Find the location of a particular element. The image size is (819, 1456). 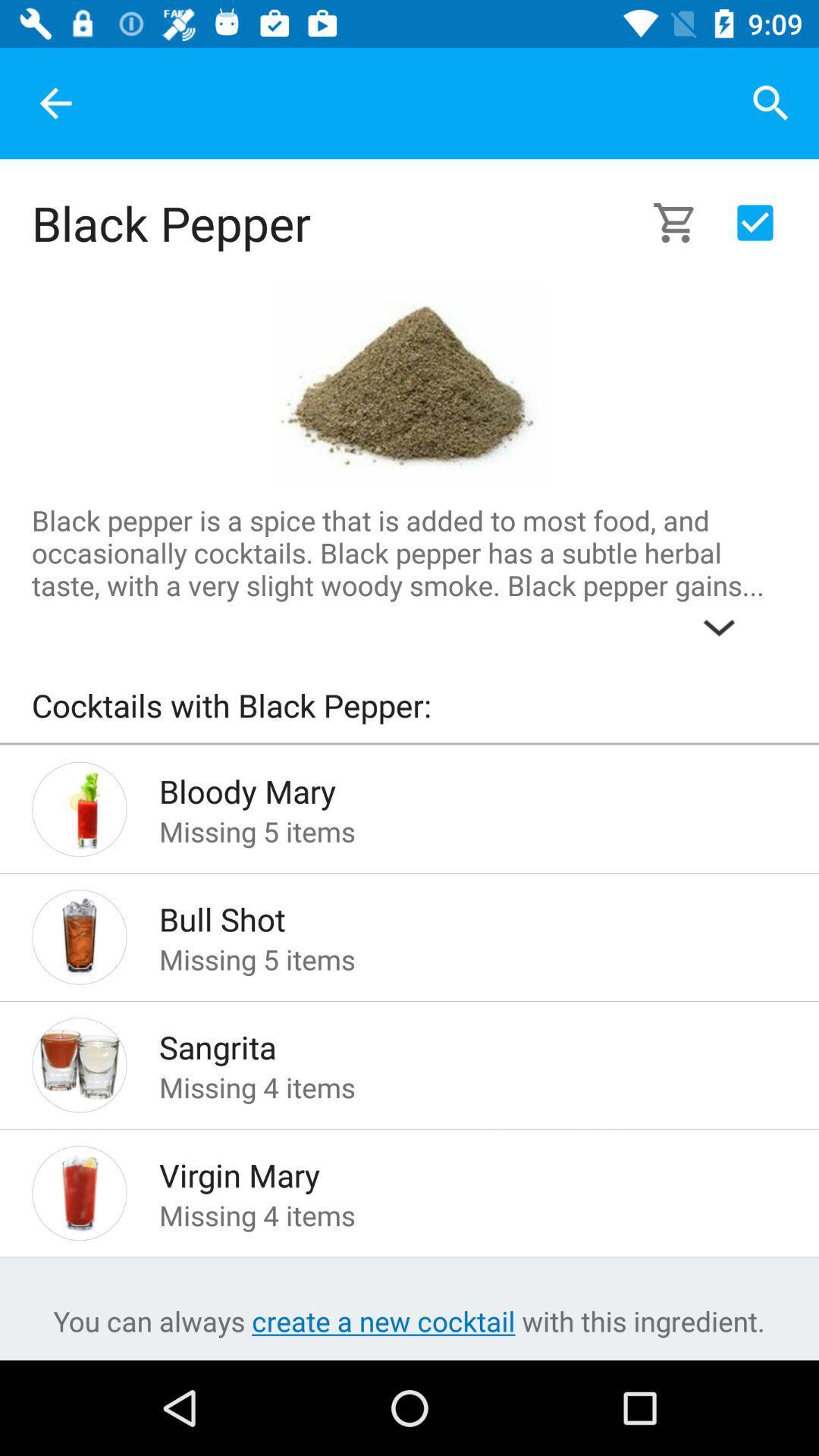

virgin mary is located at coordinates (448, 1170).